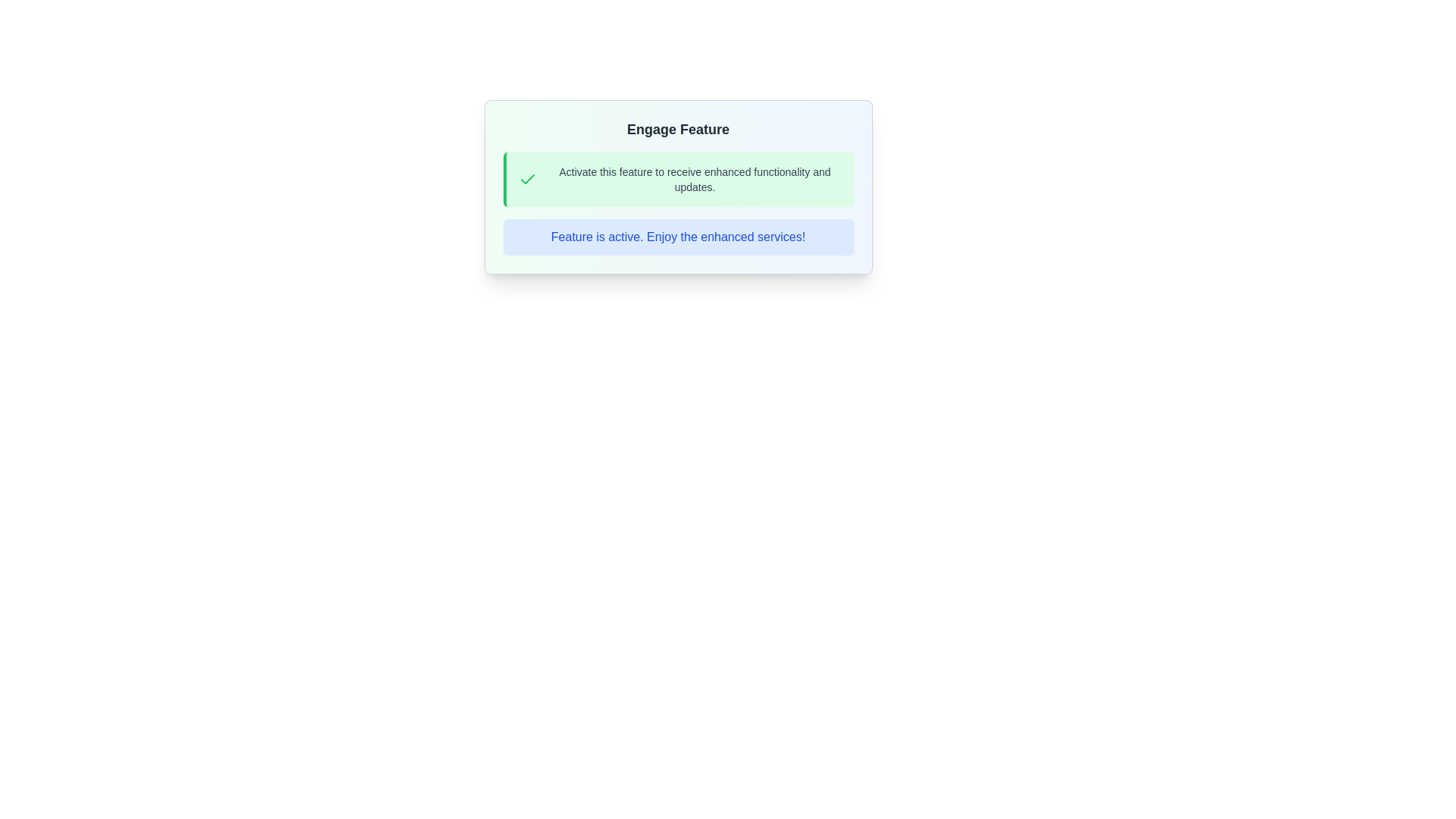 This screenshot has height=819, width=1456. What do you see at coordinates (677, 128) in the screenshot?
I see `the static text element that serves as a title or header at the top-center of the card layout` at bounding box center [677, 128].